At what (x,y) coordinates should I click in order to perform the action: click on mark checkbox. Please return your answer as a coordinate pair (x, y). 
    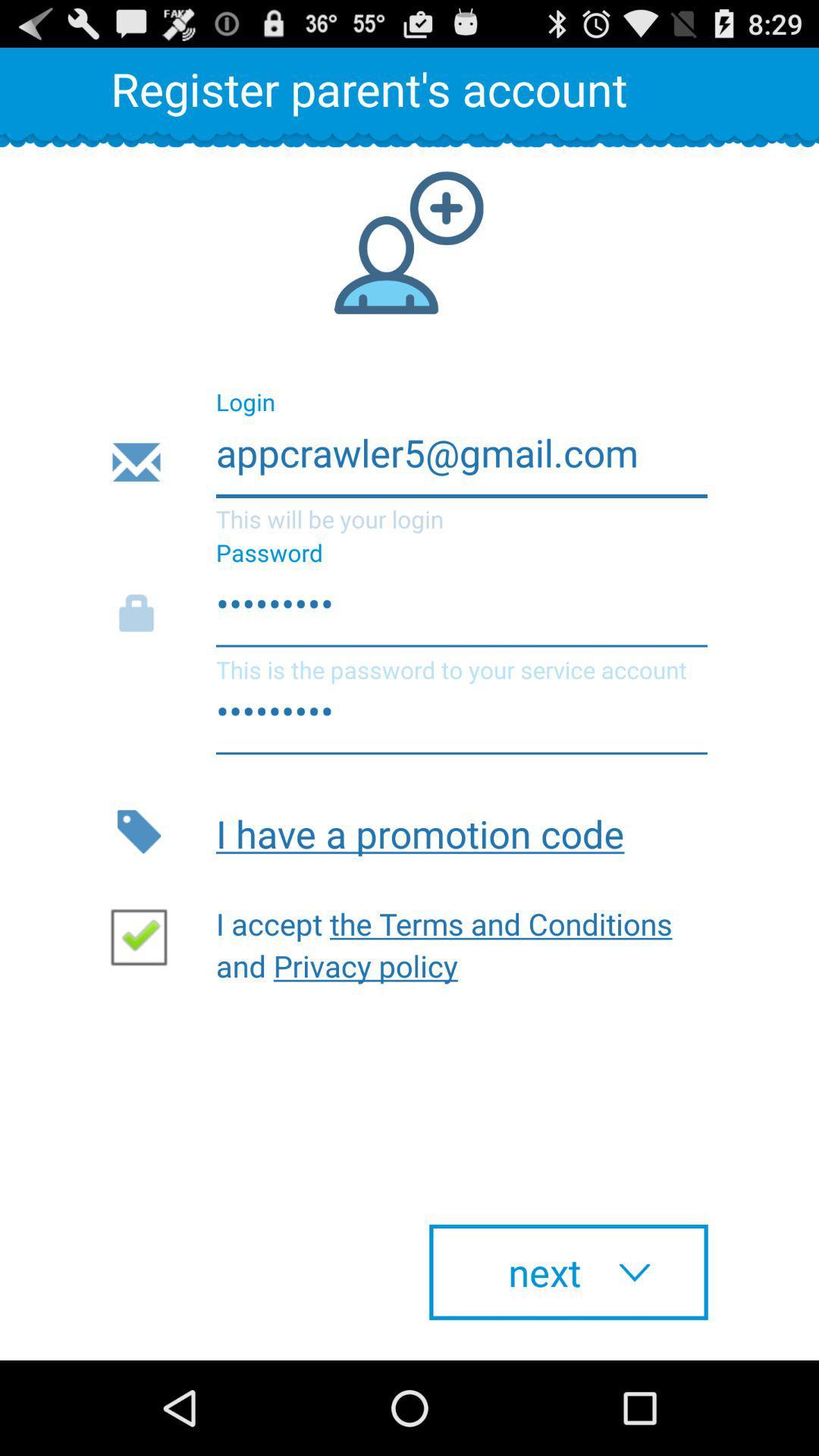
    Looking at the image, I should click on (145, 935).